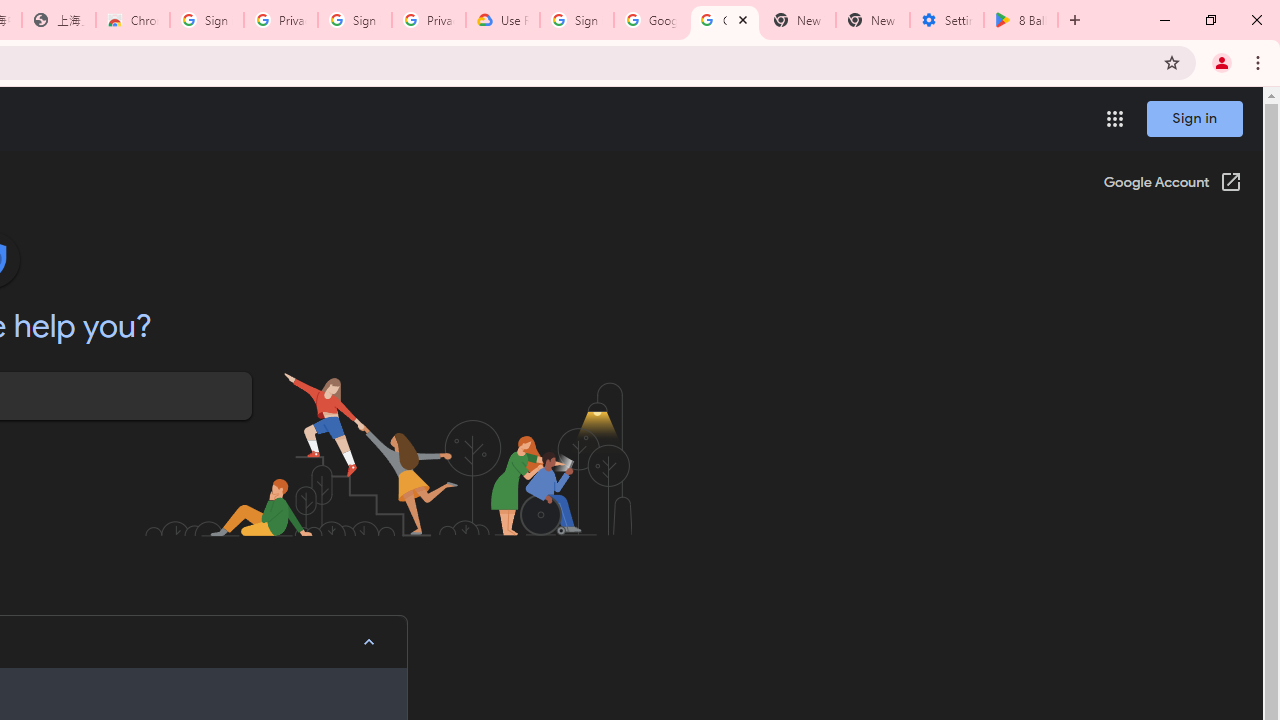 The height and width of the screenshot is (720, 1280). What do you see at coordinates (946, 20) in the screenshot?
I see `'Settings - System'` at bounding box center [946, 20].